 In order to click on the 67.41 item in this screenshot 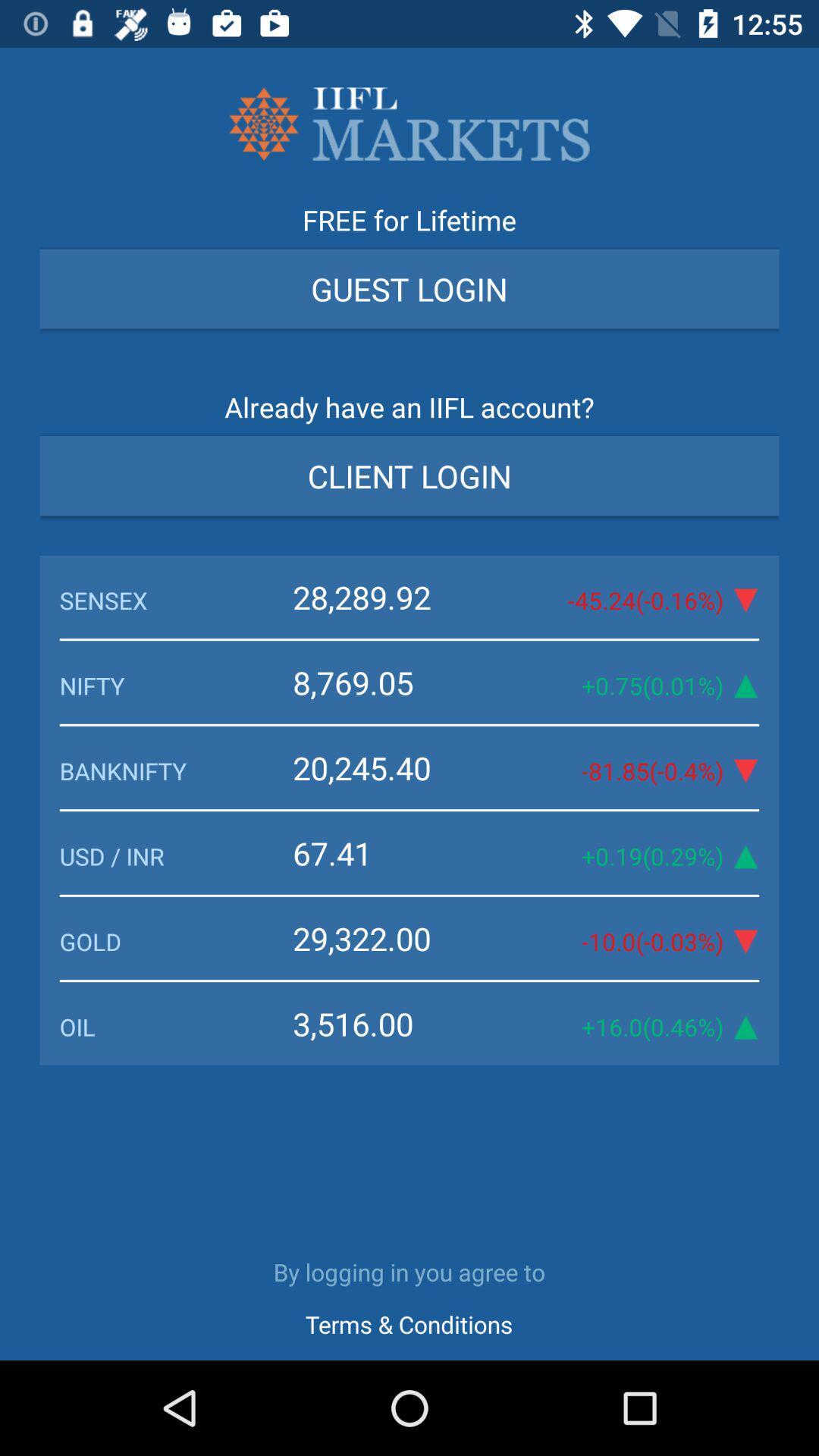, I will do `click(397, 852)`.